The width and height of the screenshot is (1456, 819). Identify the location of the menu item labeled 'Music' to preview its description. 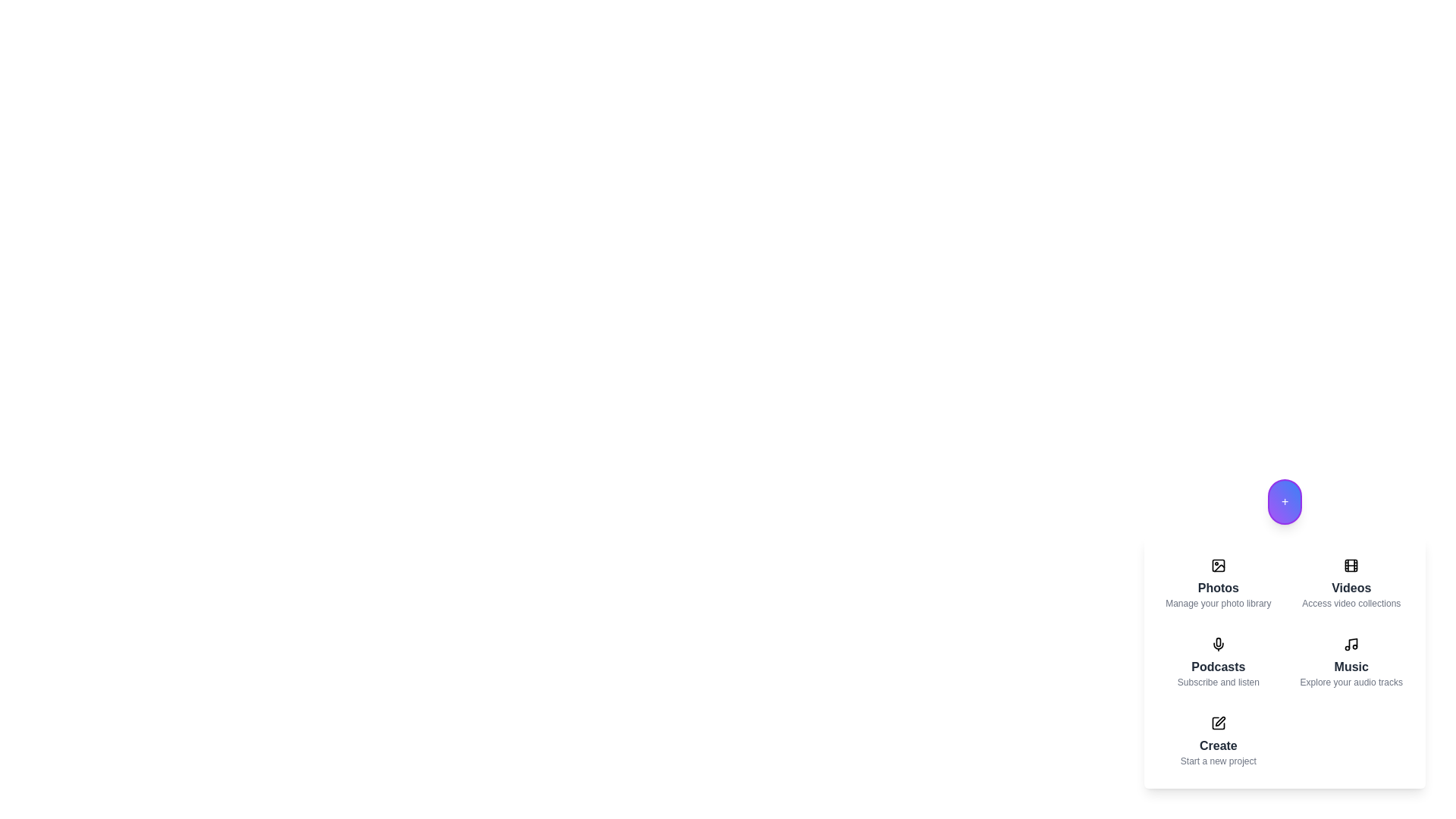
(1351, 662).